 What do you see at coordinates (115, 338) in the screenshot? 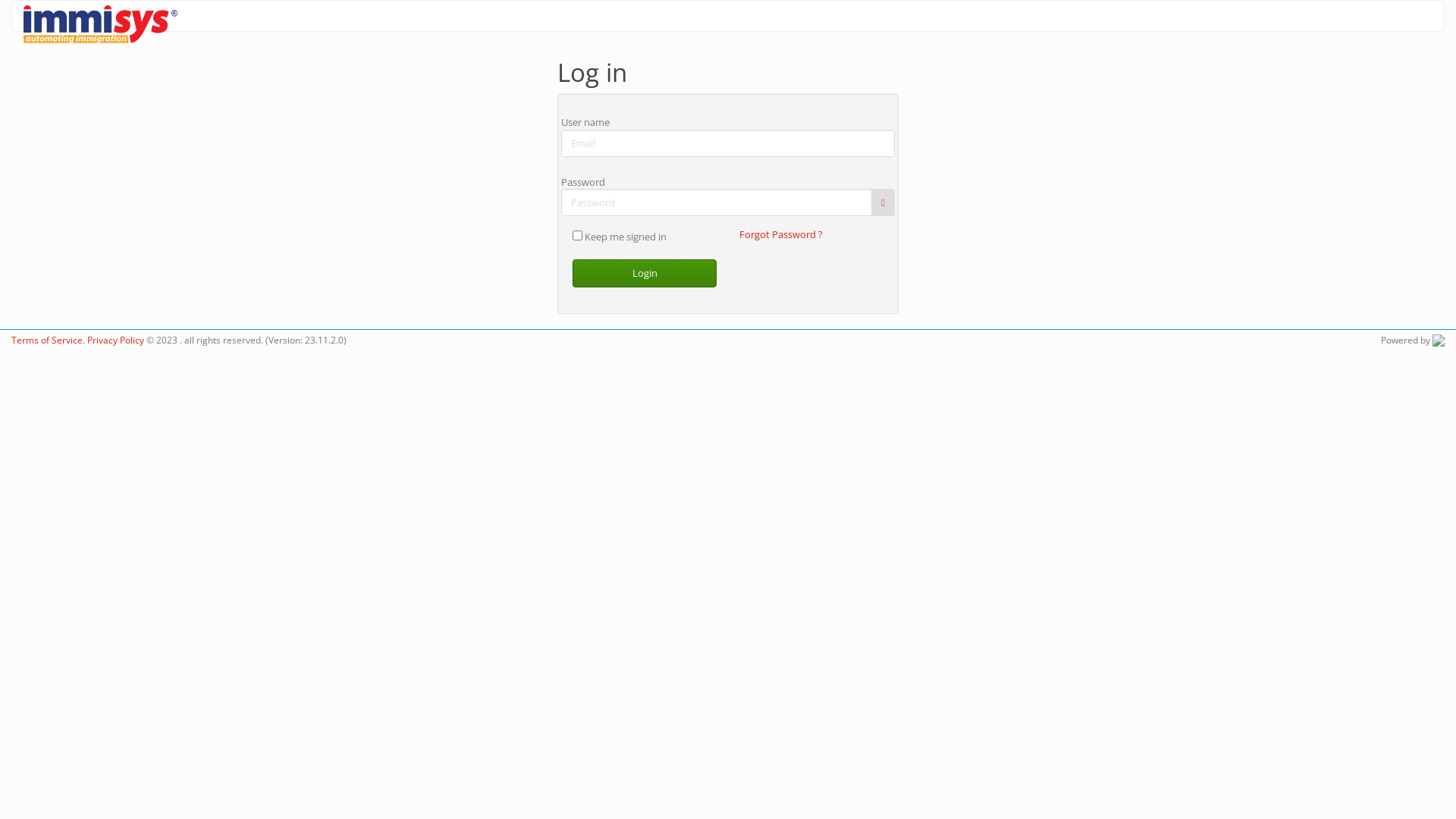
I see `'Privacy Policy'` at bounding box center [115, 338].